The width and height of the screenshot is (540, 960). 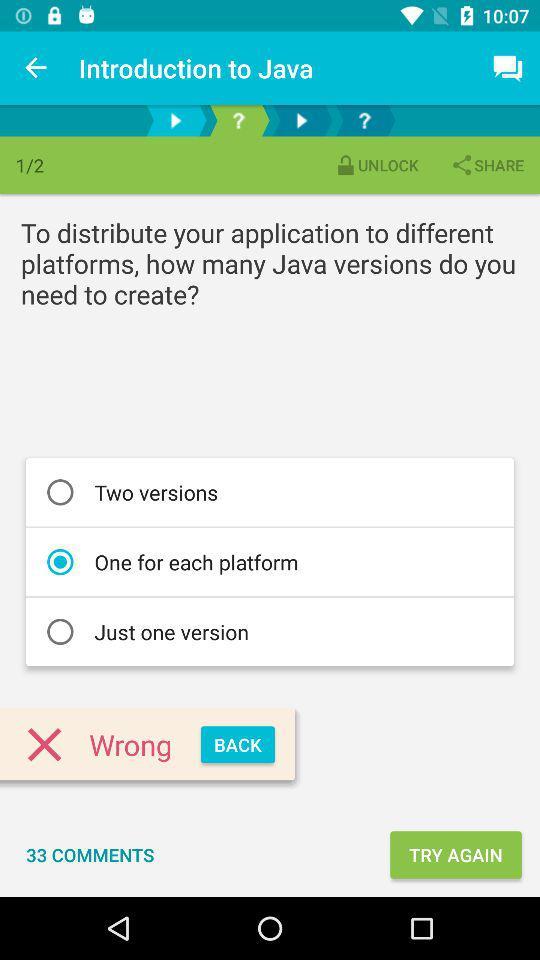 What do you see at coordinates (175, 120) in the screenshot?
I see `first breadcrumb` at bounding box center [175, 120].